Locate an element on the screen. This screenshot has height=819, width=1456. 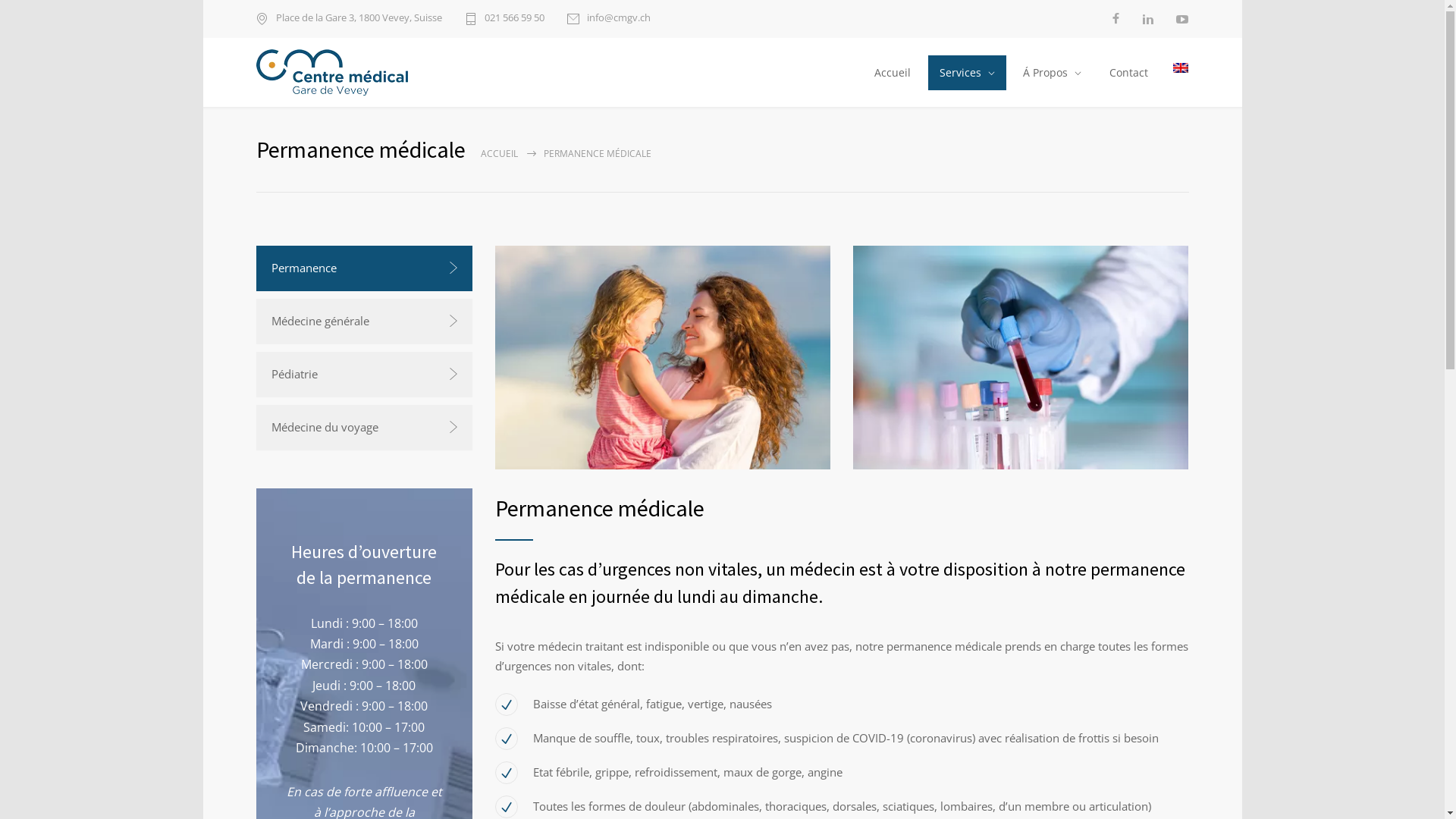
'Accueil' is located at coordinates (861, 73).